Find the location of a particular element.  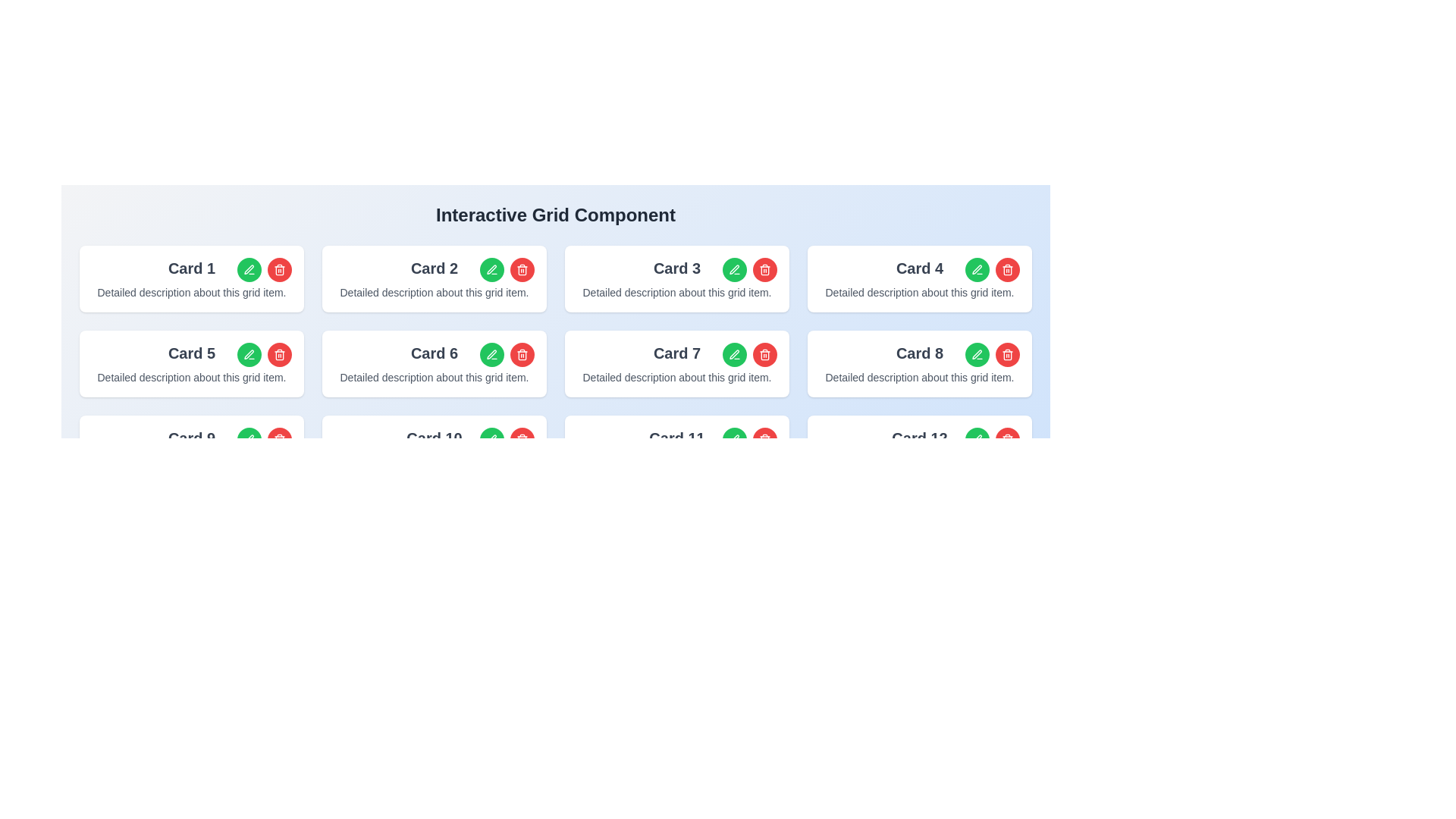

the circular red button with white text and a trash icon located on the right side of 'Card 7', specifically the second button in a row of two buttons, to change its visual style is located at coordinates (764, 354).